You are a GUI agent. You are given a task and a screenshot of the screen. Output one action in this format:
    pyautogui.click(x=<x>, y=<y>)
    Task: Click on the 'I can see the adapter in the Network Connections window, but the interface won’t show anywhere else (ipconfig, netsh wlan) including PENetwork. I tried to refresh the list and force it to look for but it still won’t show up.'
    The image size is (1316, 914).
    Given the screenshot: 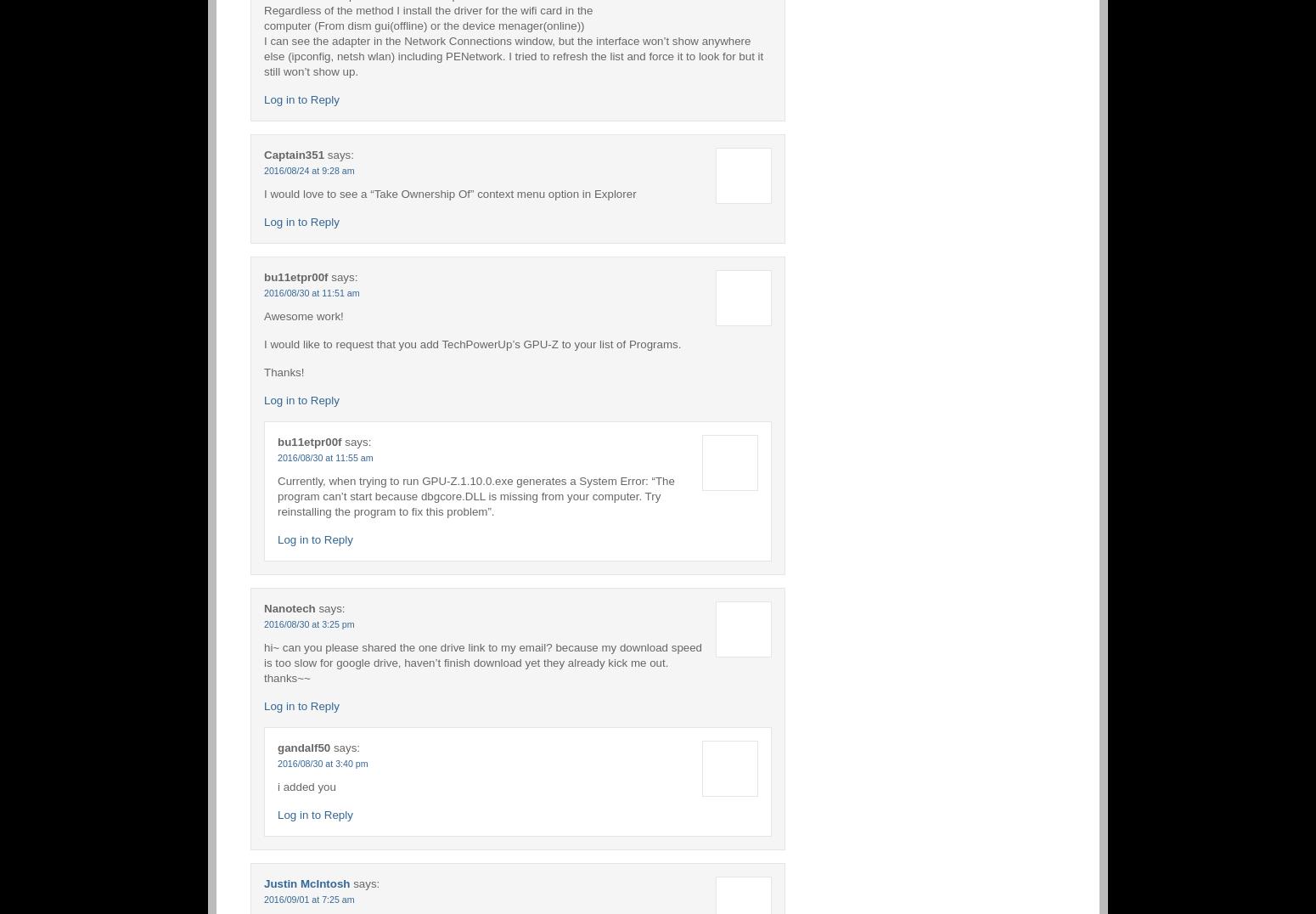 What is the action you would take?
    pyautogui.click(x=513, y=55)
    